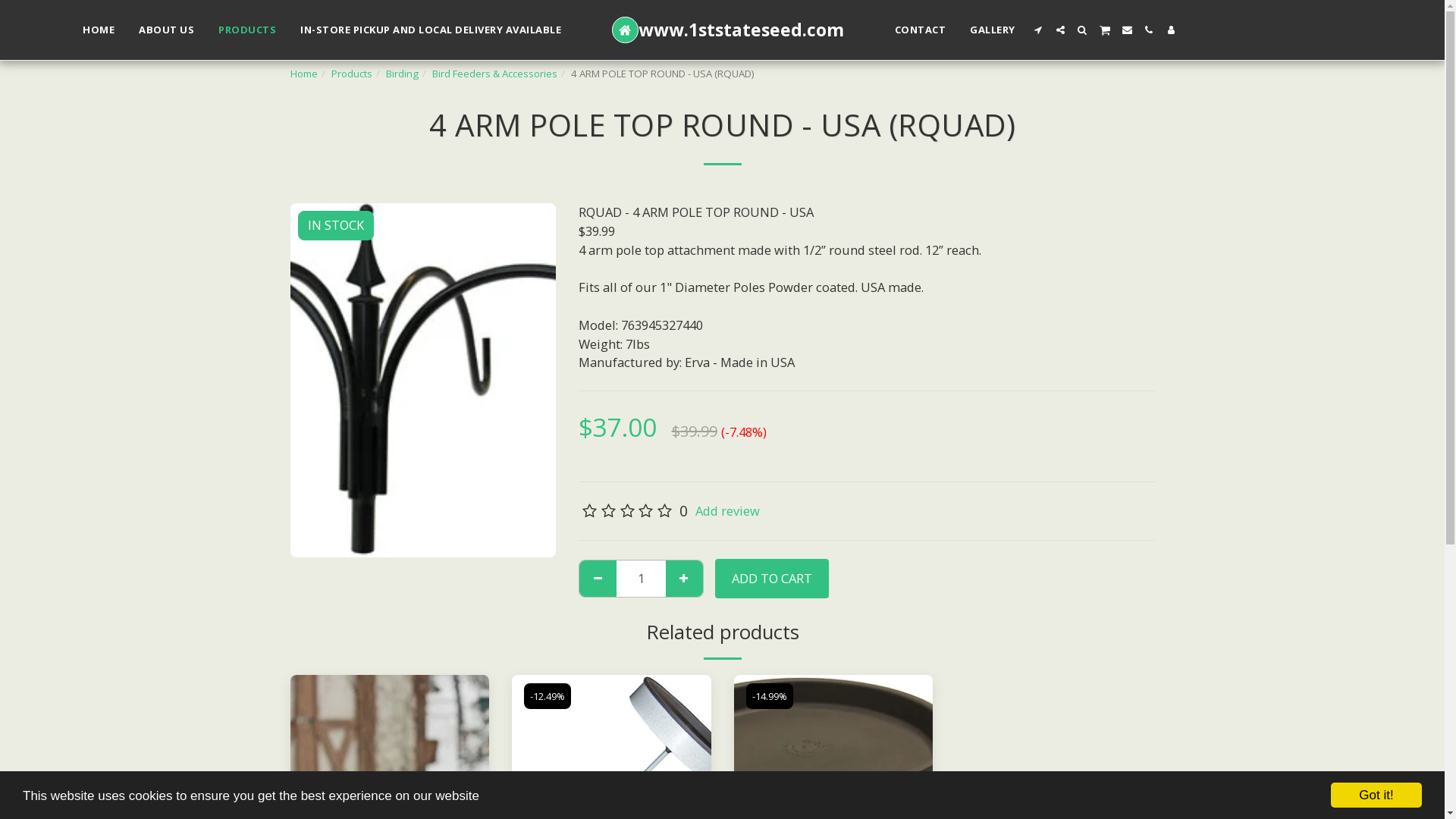 The height and width of the screenshot is (819, 1456). What do you see at coordinates (247, 29) in the screenshot?
I see `'PRODUCTS'` at bounding box center [247, 29].